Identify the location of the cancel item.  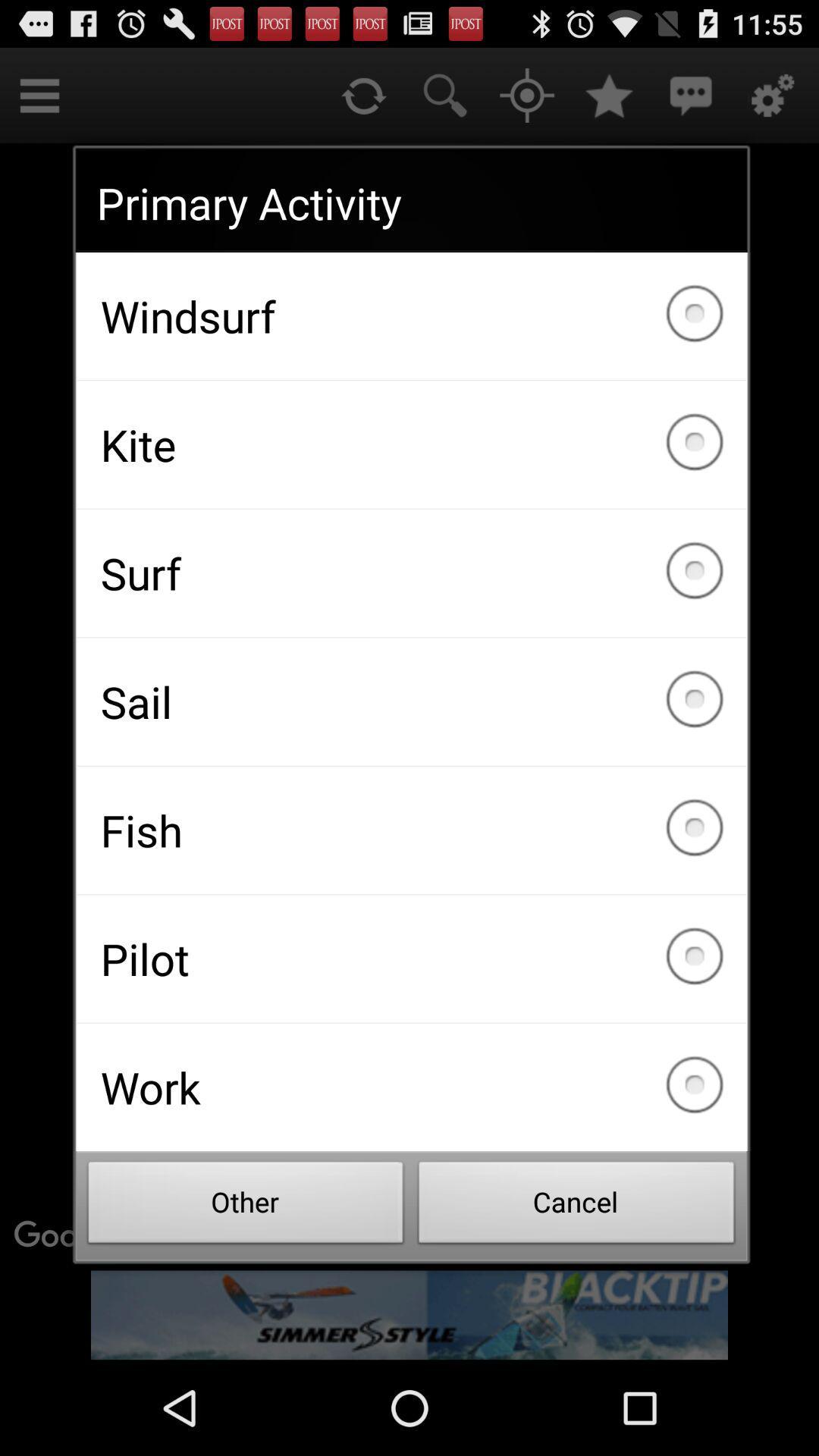
(576, 1206).